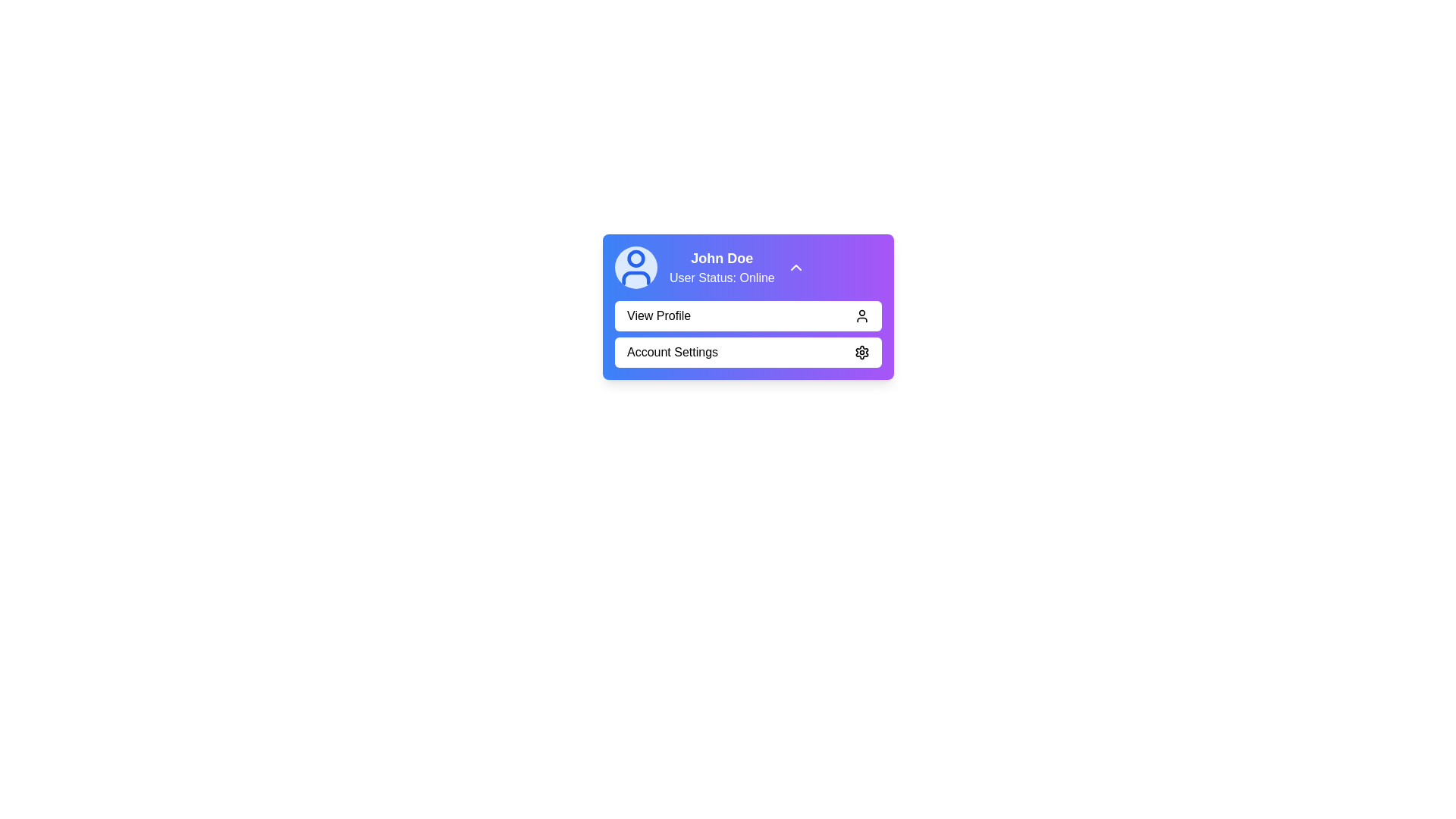 This screenshot has width=1456, height=819. Describe the element at coordinates (862, 353) in the screenshot. I see `the gear-shaped settings icon` at that location.